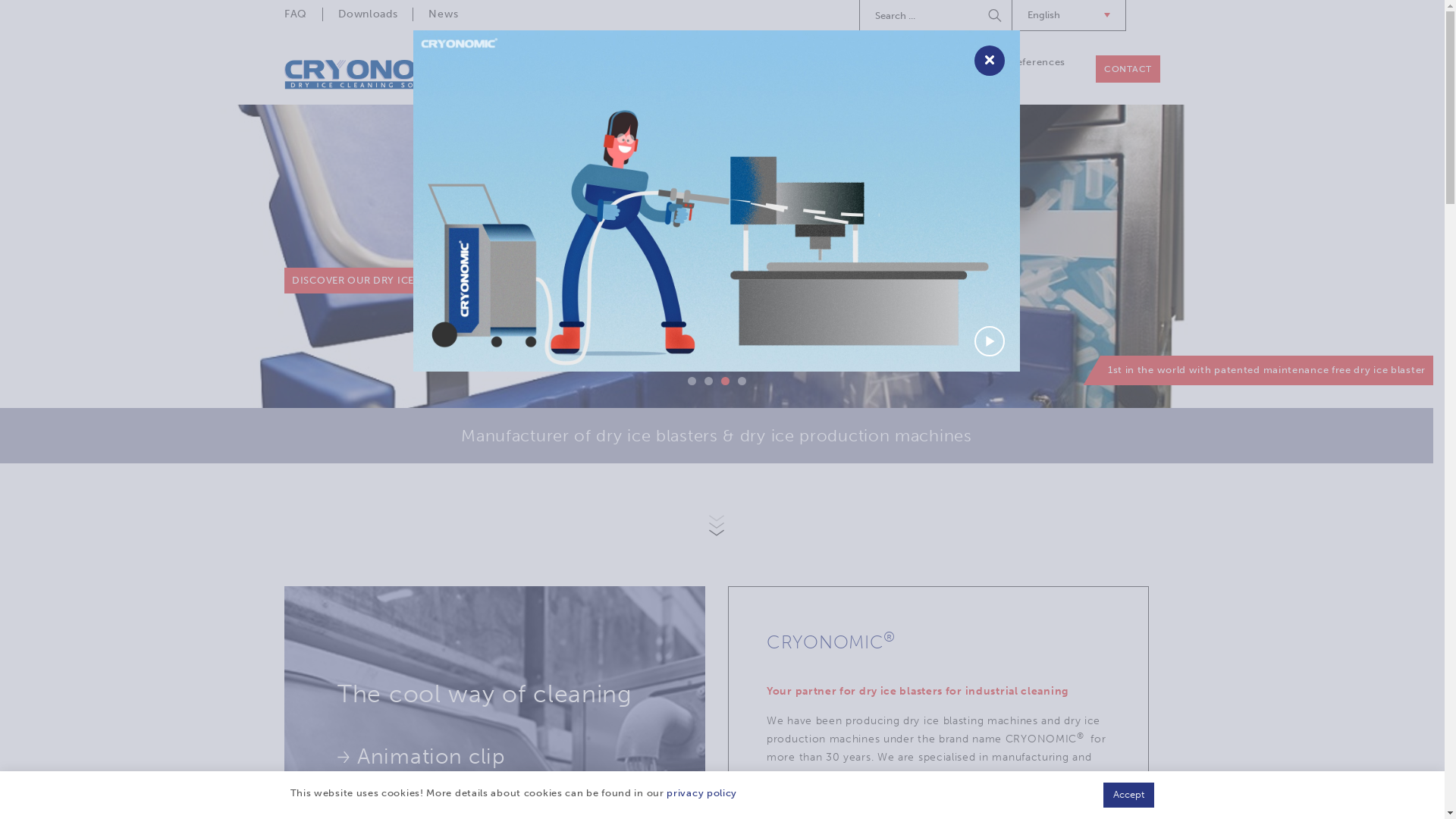  What do you see at coordinates (382, 281) in the screenshot?
I see `'DISCOVER OUR DRY ICE PRODUCTS'` at bounding box center [382, 281].